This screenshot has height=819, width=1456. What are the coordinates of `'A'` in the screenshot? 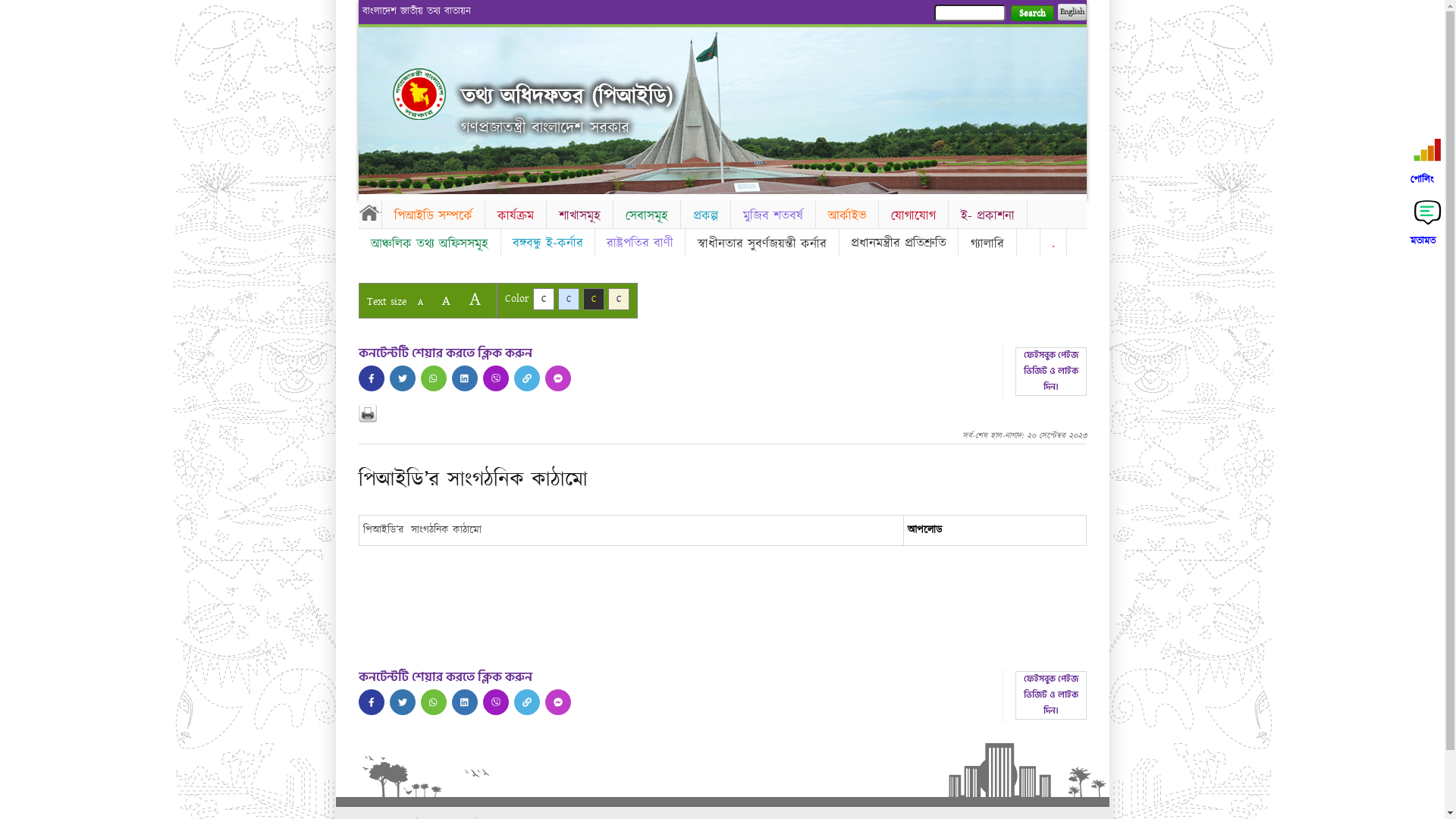 It's located at (444, 300).